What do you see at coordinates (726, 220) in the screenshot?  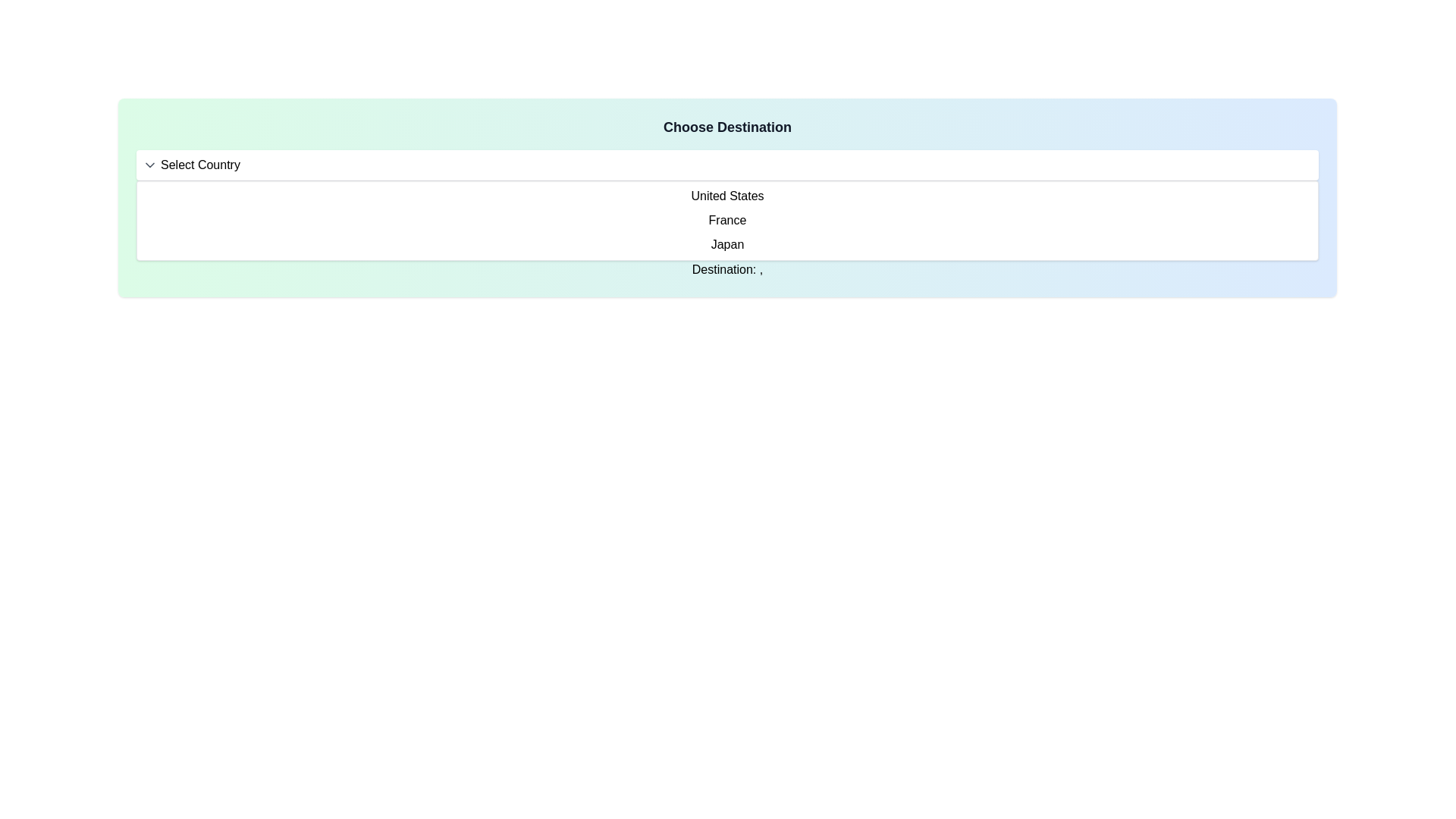 I see `the second option in the selectable list` at bounding box center [726, 220].